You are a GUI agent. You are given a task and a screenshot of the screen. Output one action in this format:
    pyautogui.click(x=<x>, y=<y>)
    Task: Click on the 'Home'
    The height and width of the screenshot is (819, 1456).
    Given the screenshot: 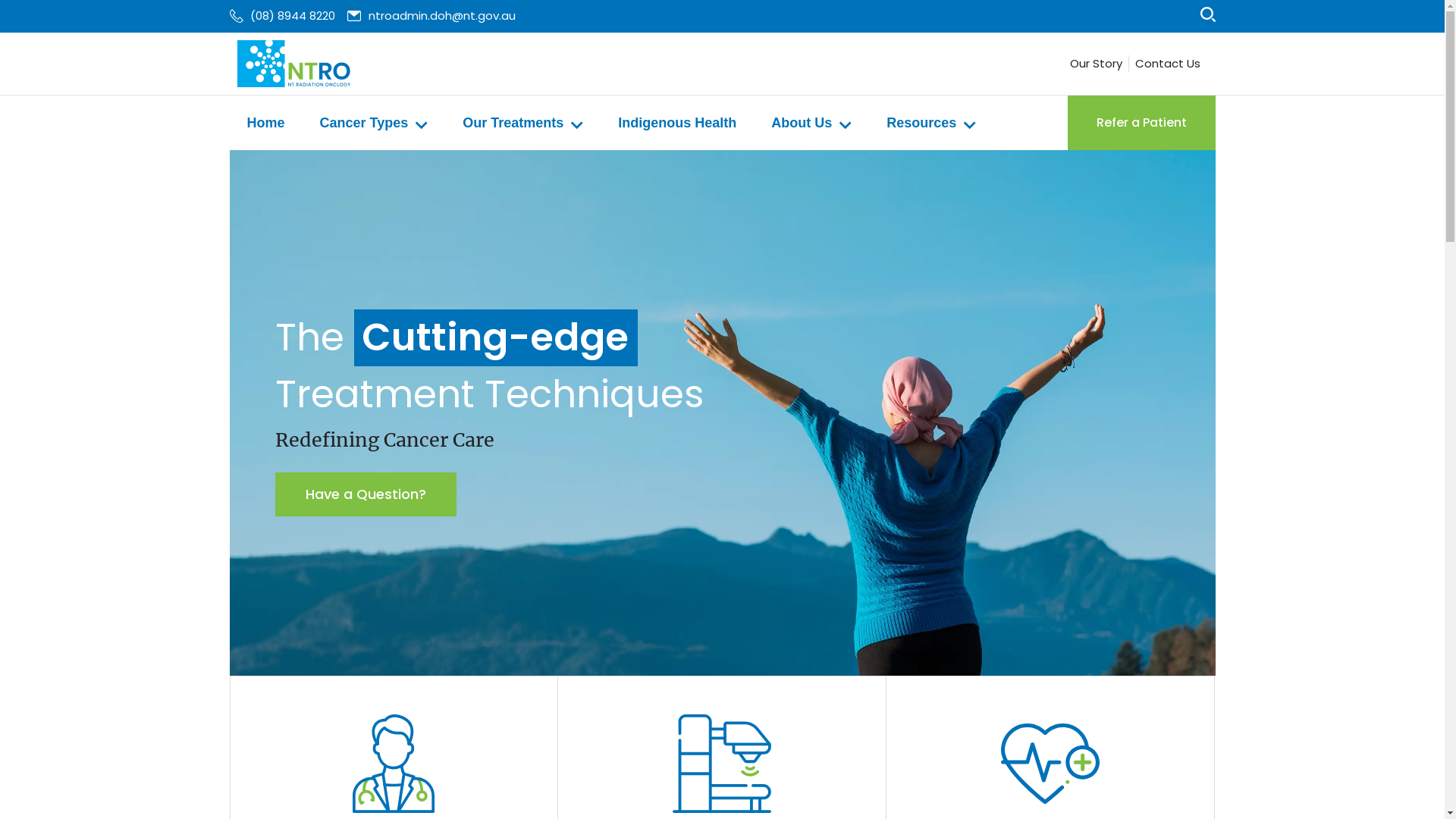 What is the action you would take?
    pyautogui.click(x=265, y=122)
    